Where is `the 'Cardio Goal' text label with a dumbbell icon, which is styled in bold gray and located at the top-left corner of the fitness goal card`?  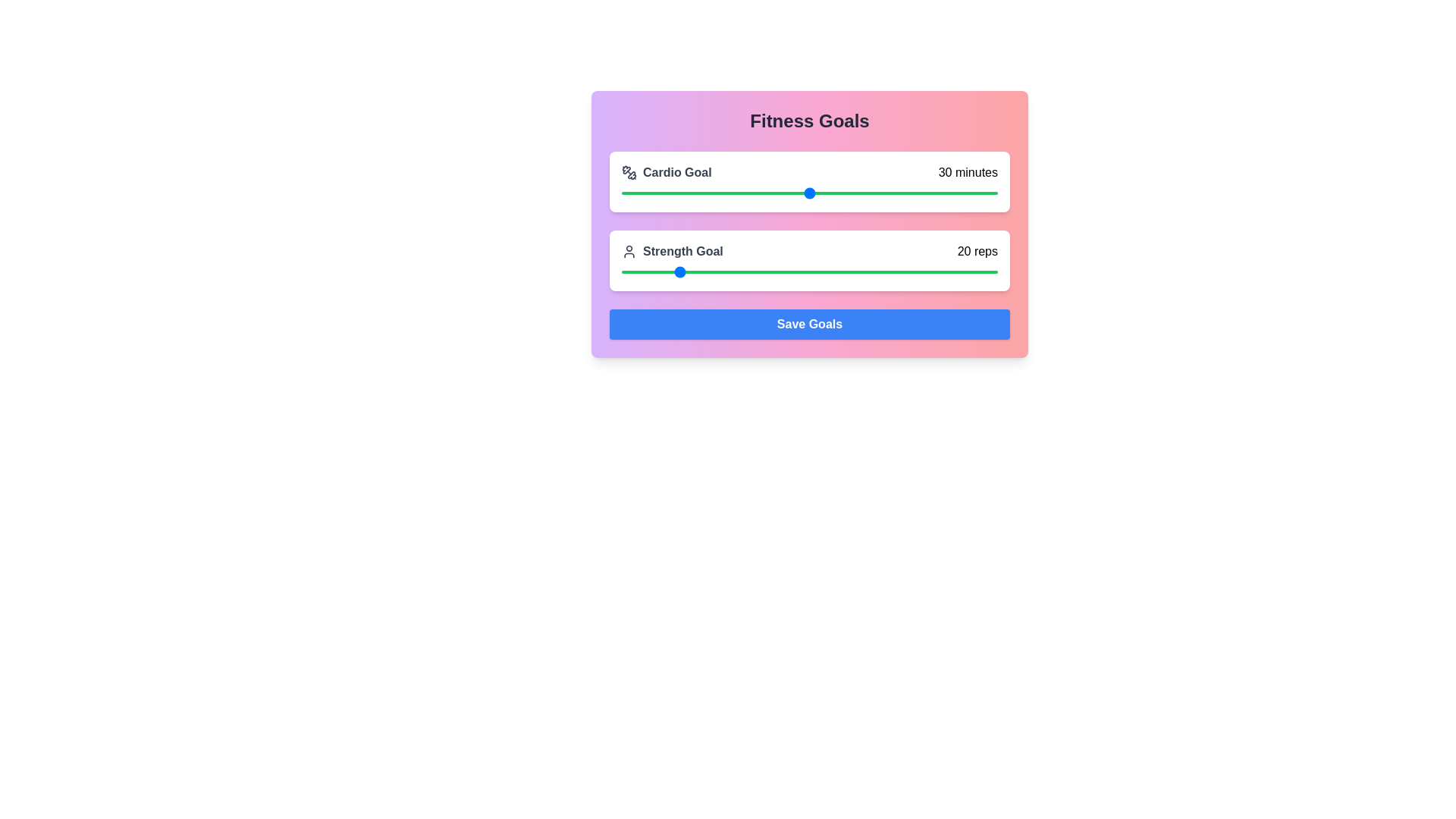
the 'Cardio Goal' text label with a dumbbell icon, which is styled in bold gray and located at the top-left corner of the fitness goal card is located at coordinates (667, 171).